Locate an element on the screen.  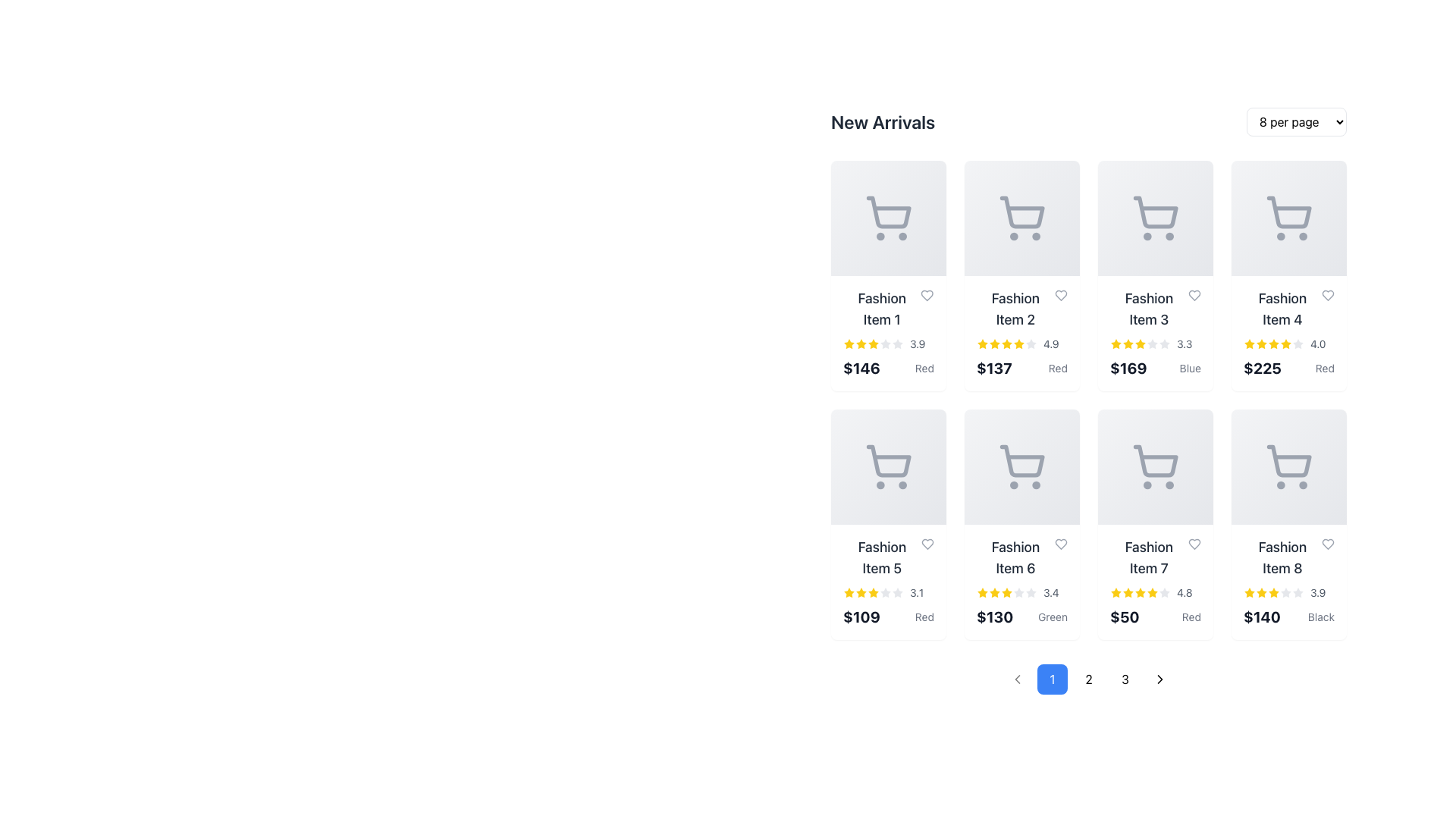
the star icon representing the selected rating value of '3.3' for 'Fashion Item 3' located in the rating section of the card is located at coordinates (1116, 344).